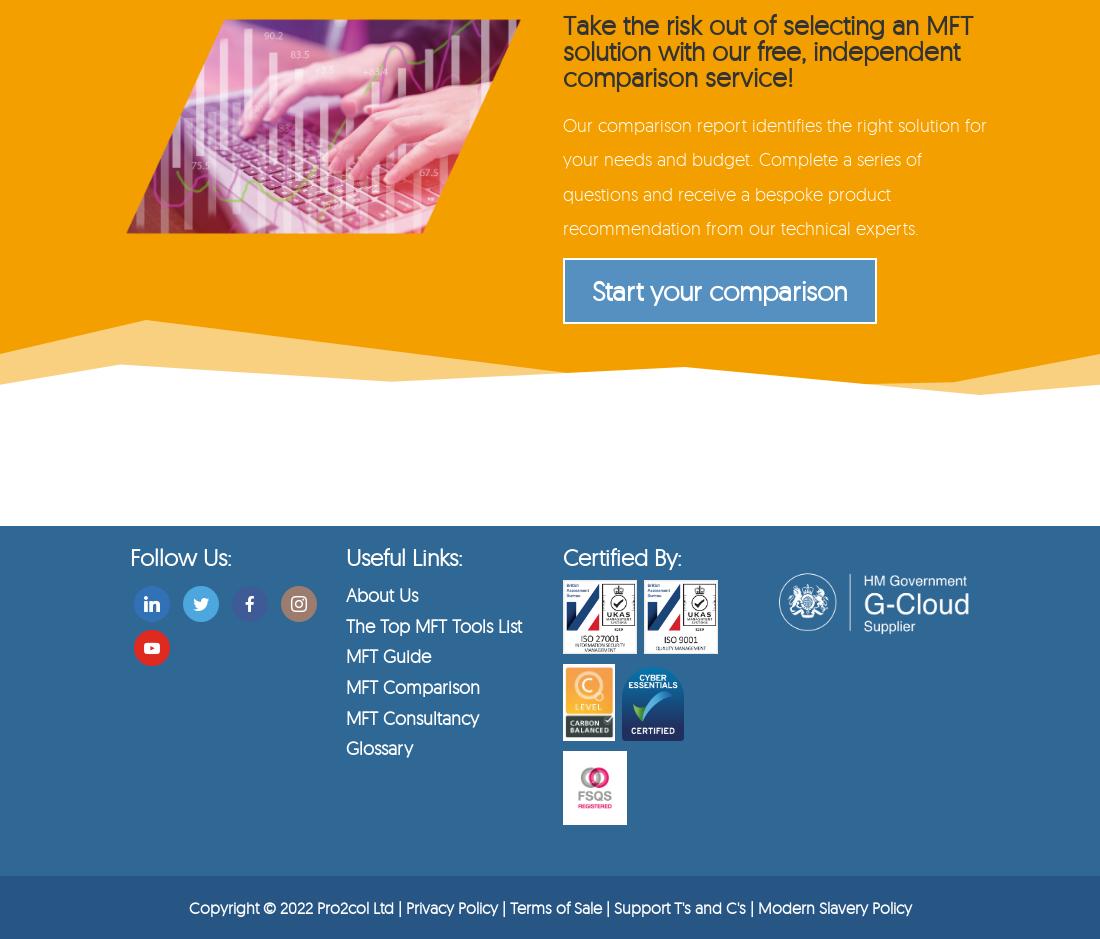  I want to click on 'Certified By:', so click(560, 556).